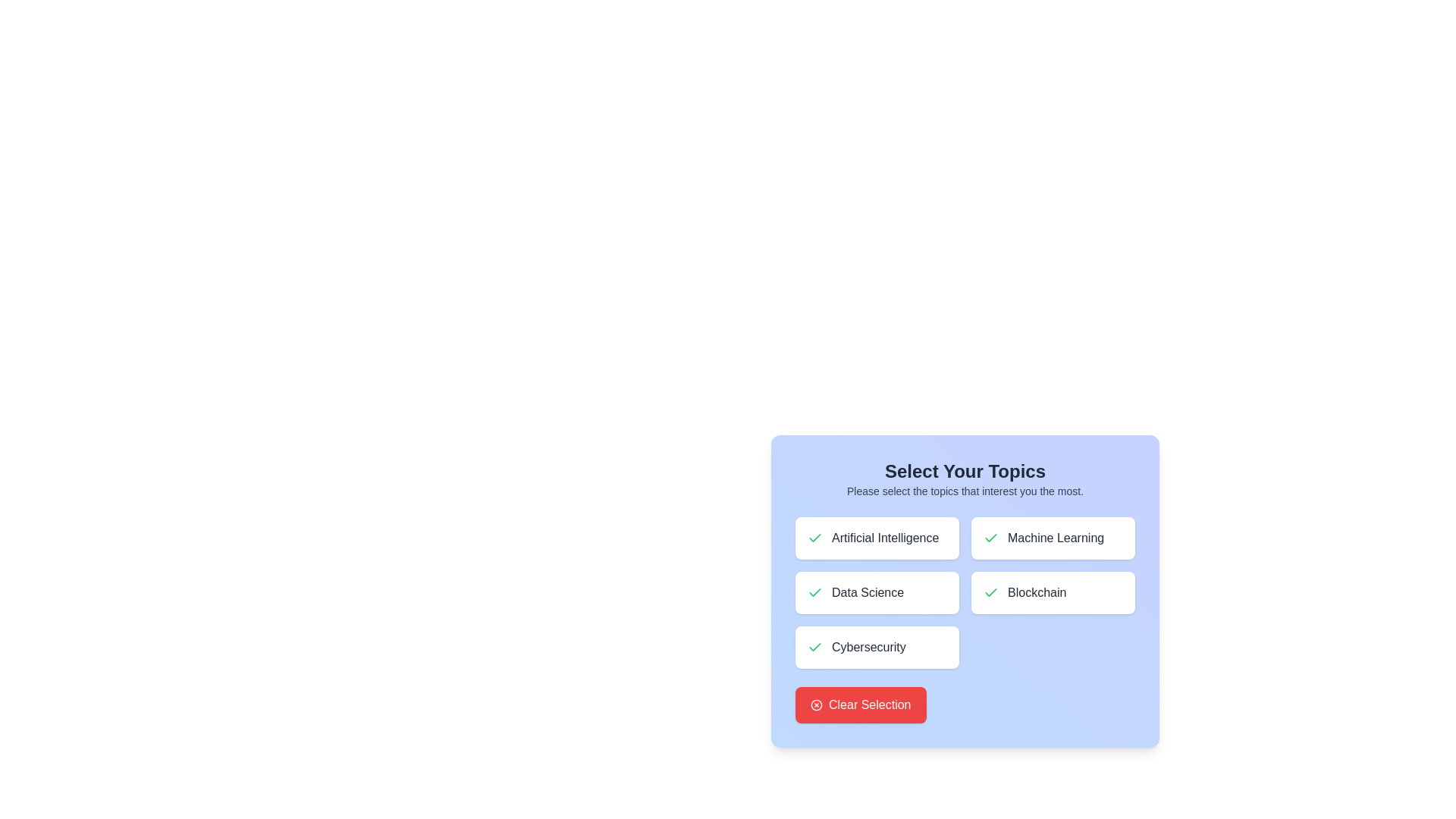 The width and height of the screenshot is (1456, 819). What do you see at coordinates (877, 592) in the screenshot?
I see `the button corresponding to the topic Data Science` at bounding box center [877, 592].